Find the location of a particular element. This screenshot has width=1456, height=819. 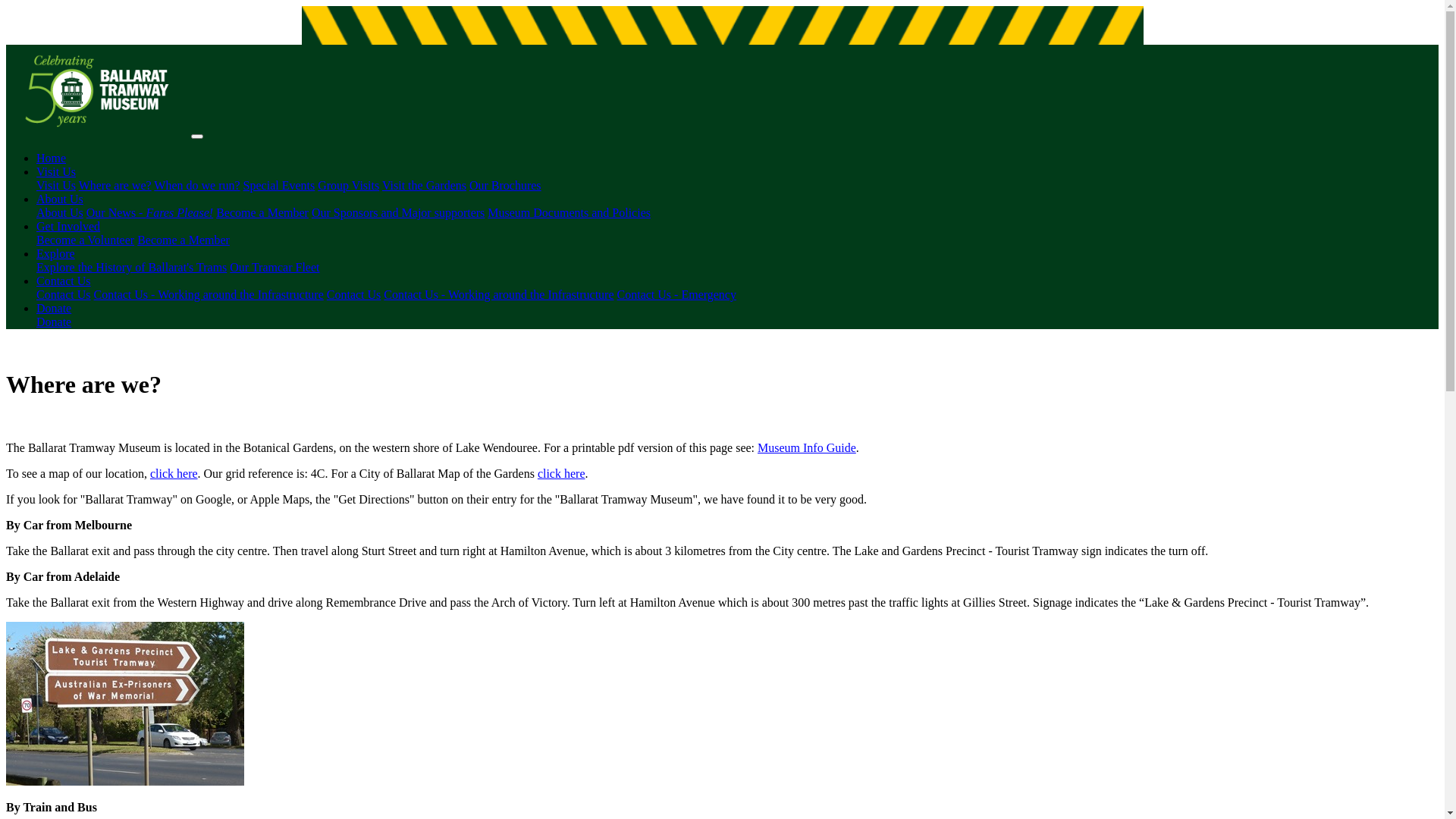

'Contact Us - Working around the Infrastructure' is located at coordinates (93, 294).